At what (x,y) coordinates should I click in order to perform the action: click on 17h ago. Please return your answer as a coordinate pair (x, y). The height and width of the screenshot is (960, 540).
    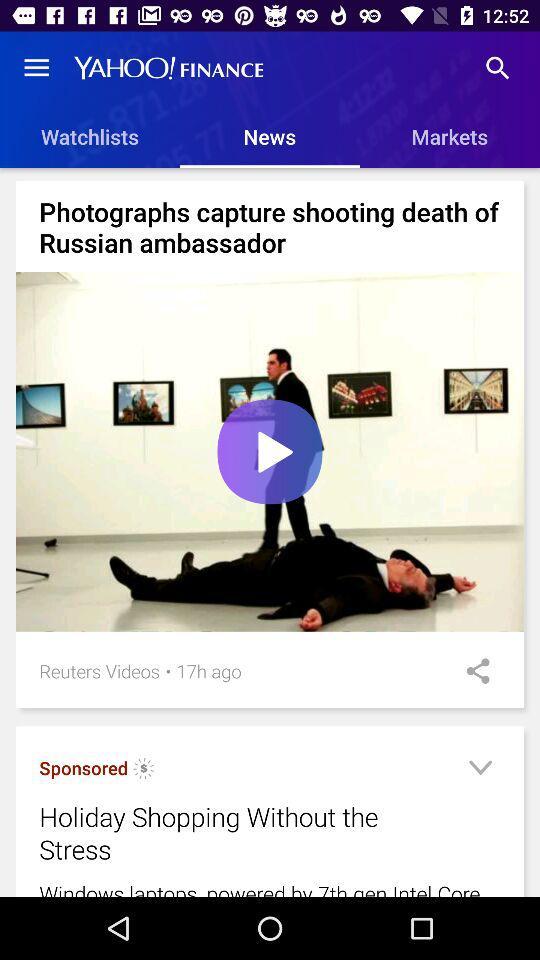
    Looking at the image, I should click on (208, 671).